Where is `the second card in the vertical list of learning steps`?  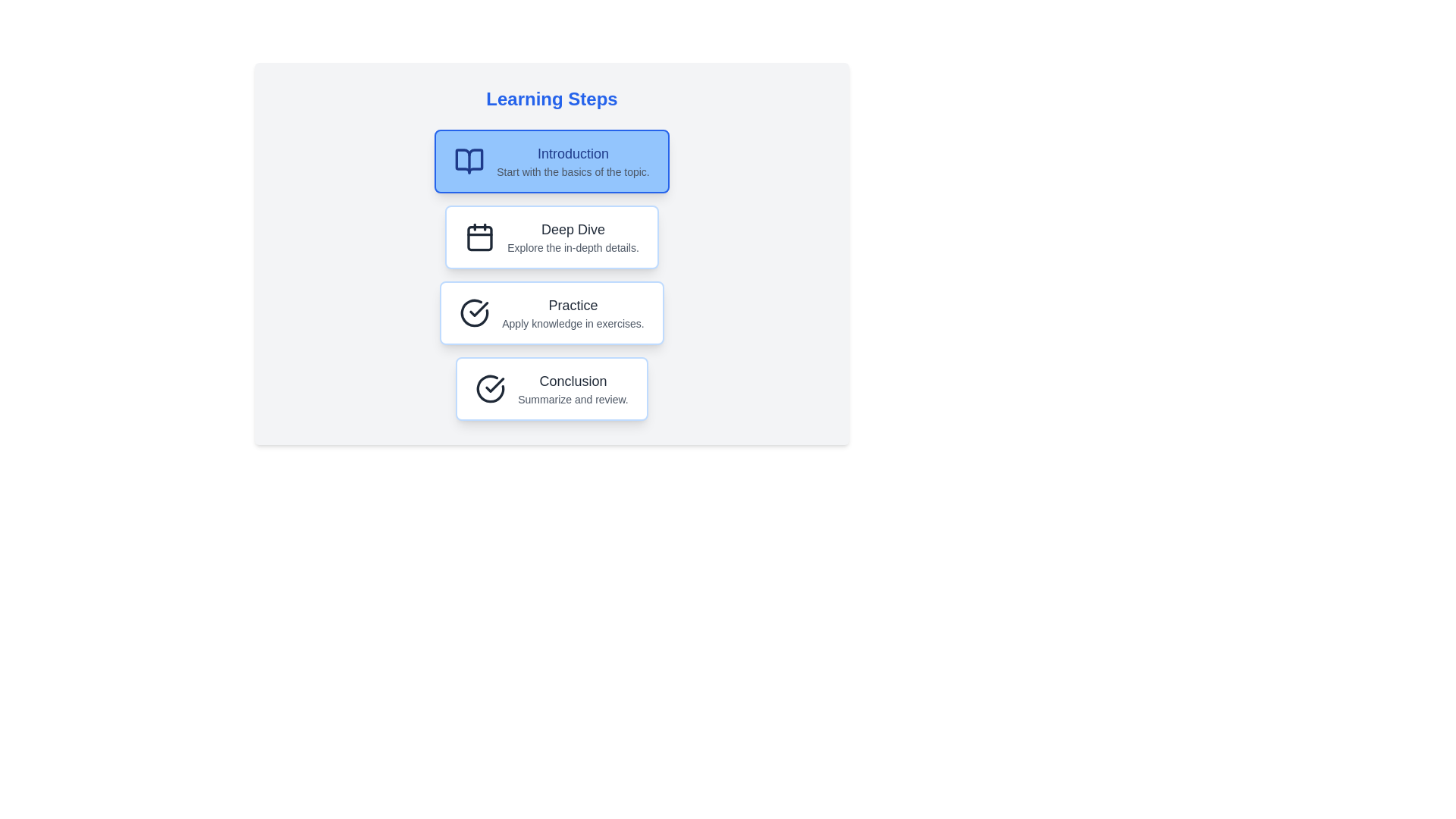
the second card in the vertical list of learning steps is located at coordinates (551, 237).